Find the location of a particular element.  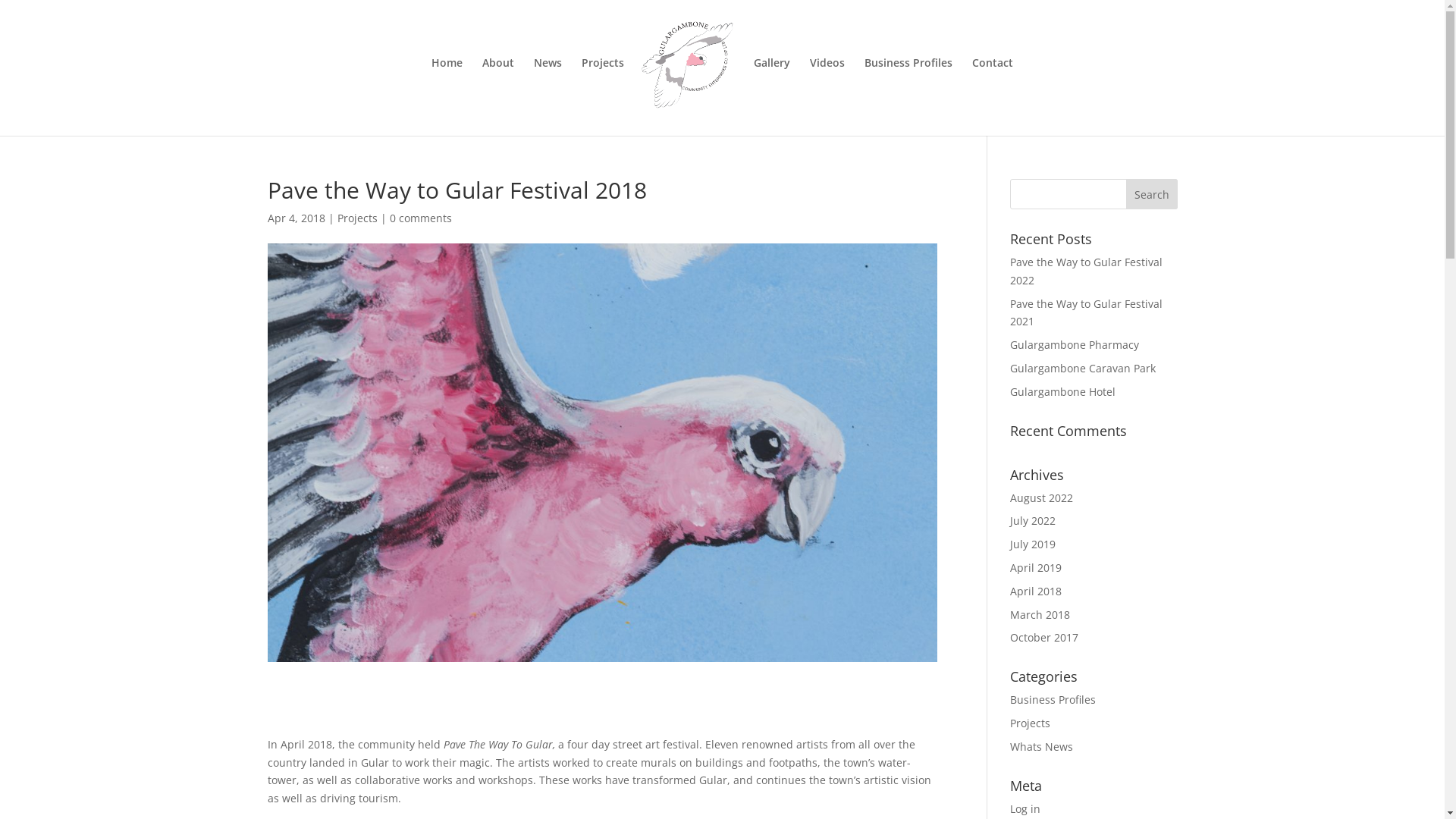

'July 2019' is located at coordinates (1032, 543).